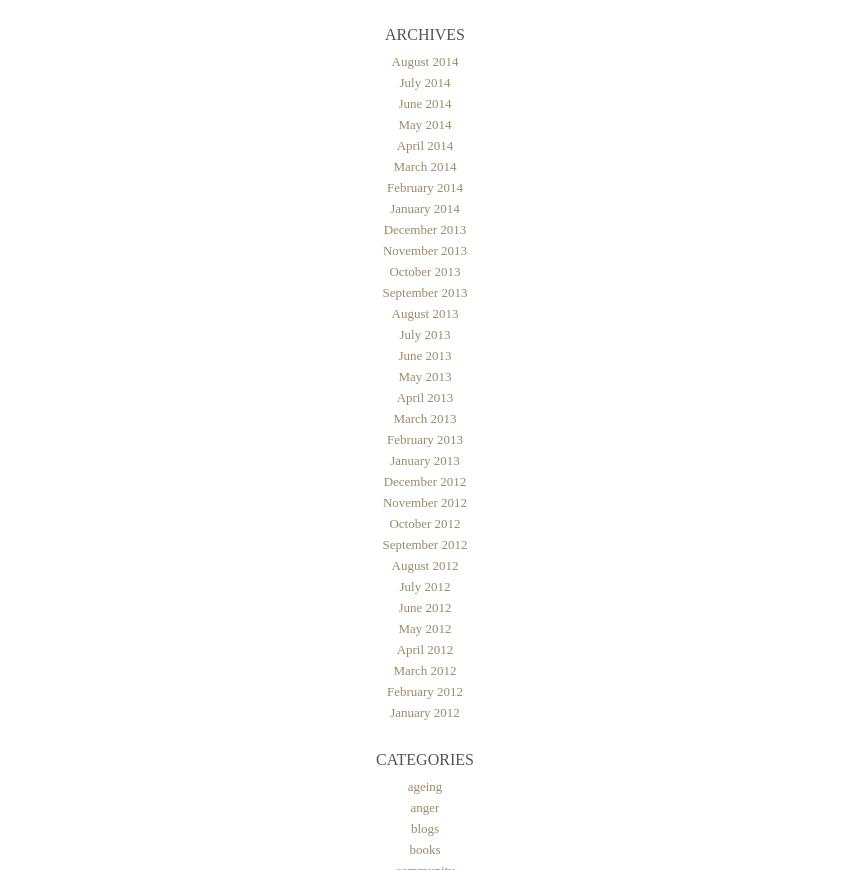 The image size is (850, 870). Describe the element at coordinates (424, 438) in the screenshot. I see `'February 2013'` at that location.